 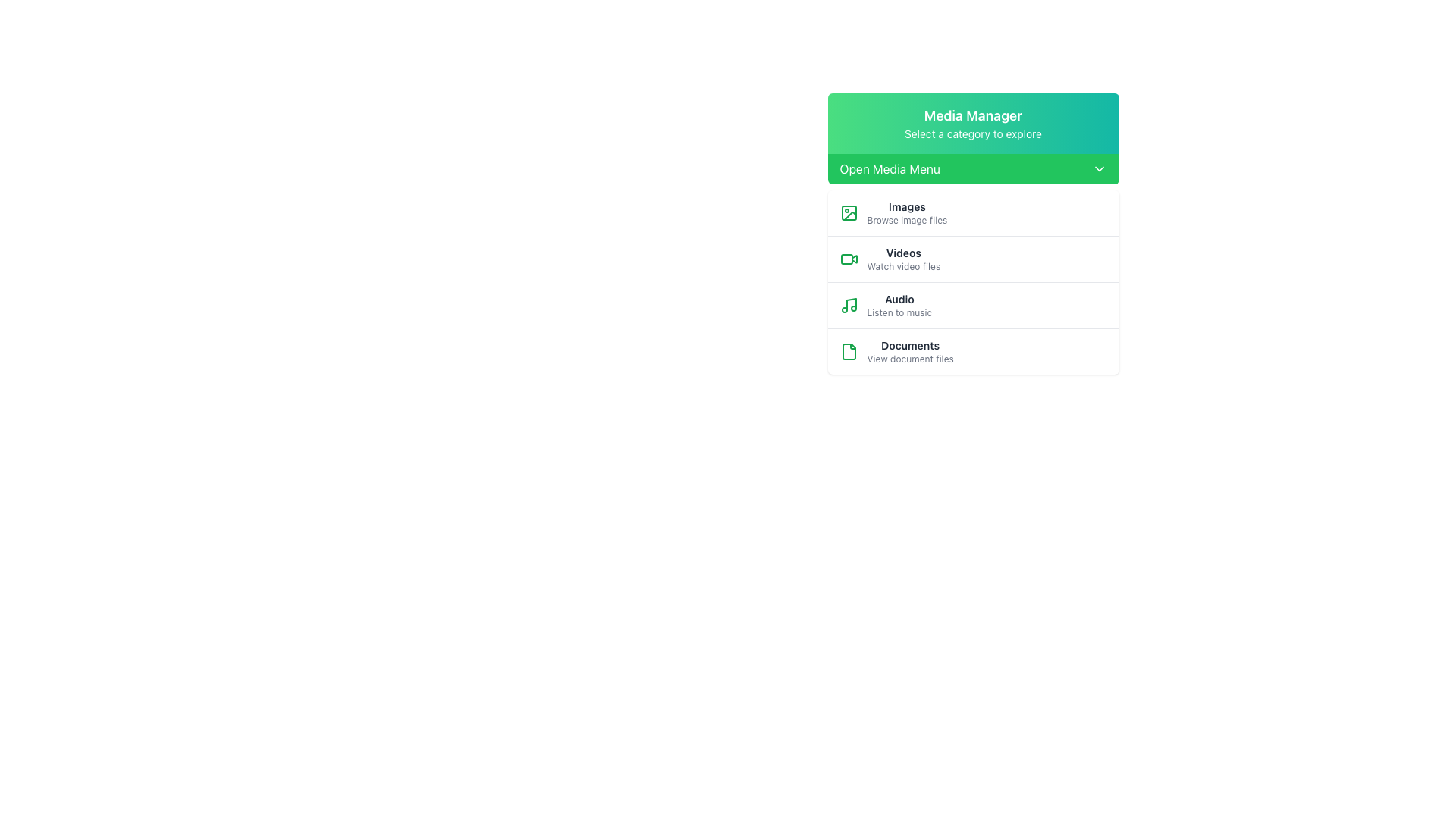 I want to click on the static text label 'Audio' in the Media Manager section, which signifies audio content and is located in the third row of the list, so click(x=899, y=299).